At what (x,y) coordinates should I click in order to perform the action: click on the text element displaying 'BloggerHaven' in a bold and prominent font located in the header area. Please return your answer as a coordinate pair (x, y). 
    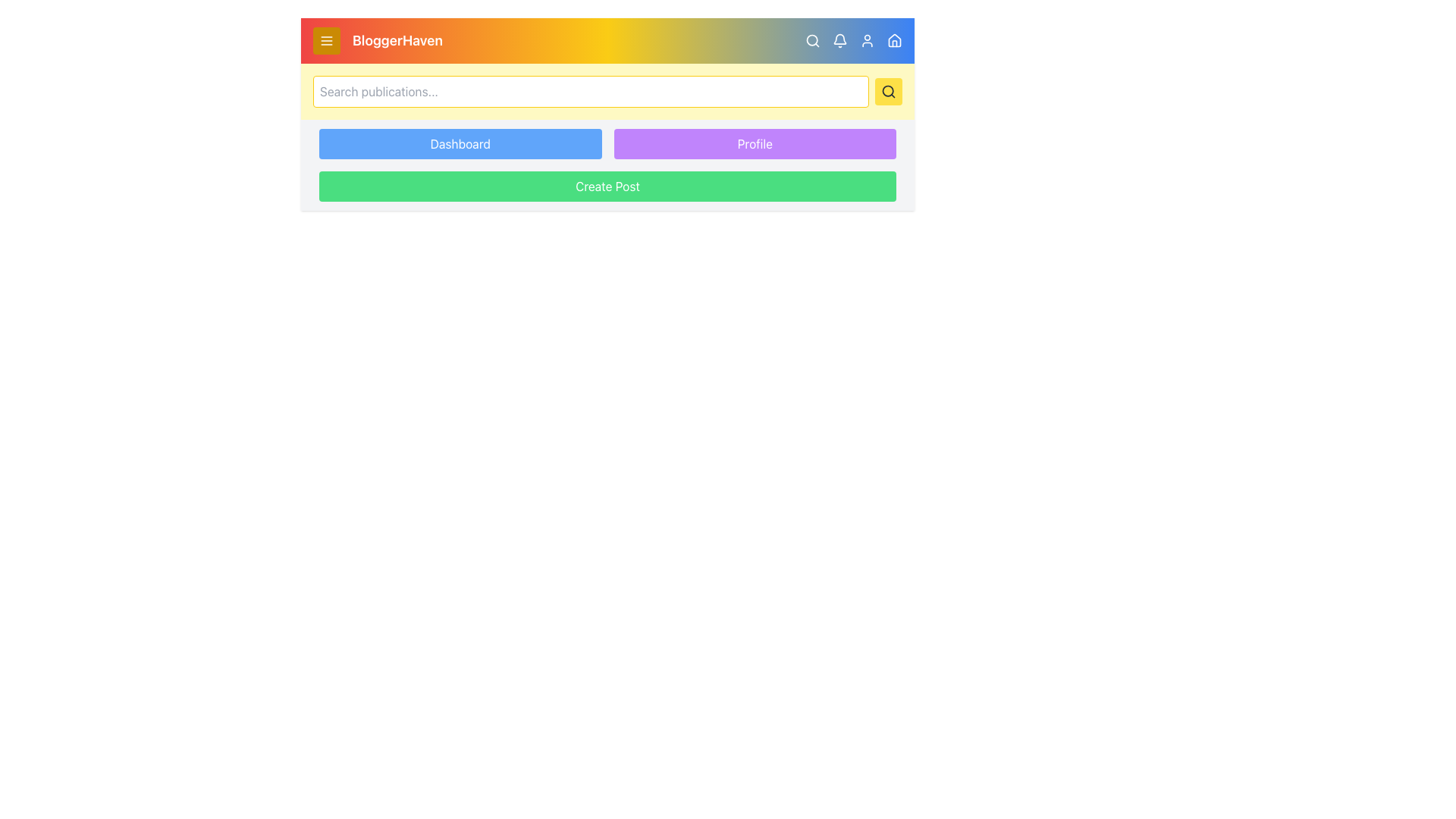
    Looking at the image, I should click on (397, 40).